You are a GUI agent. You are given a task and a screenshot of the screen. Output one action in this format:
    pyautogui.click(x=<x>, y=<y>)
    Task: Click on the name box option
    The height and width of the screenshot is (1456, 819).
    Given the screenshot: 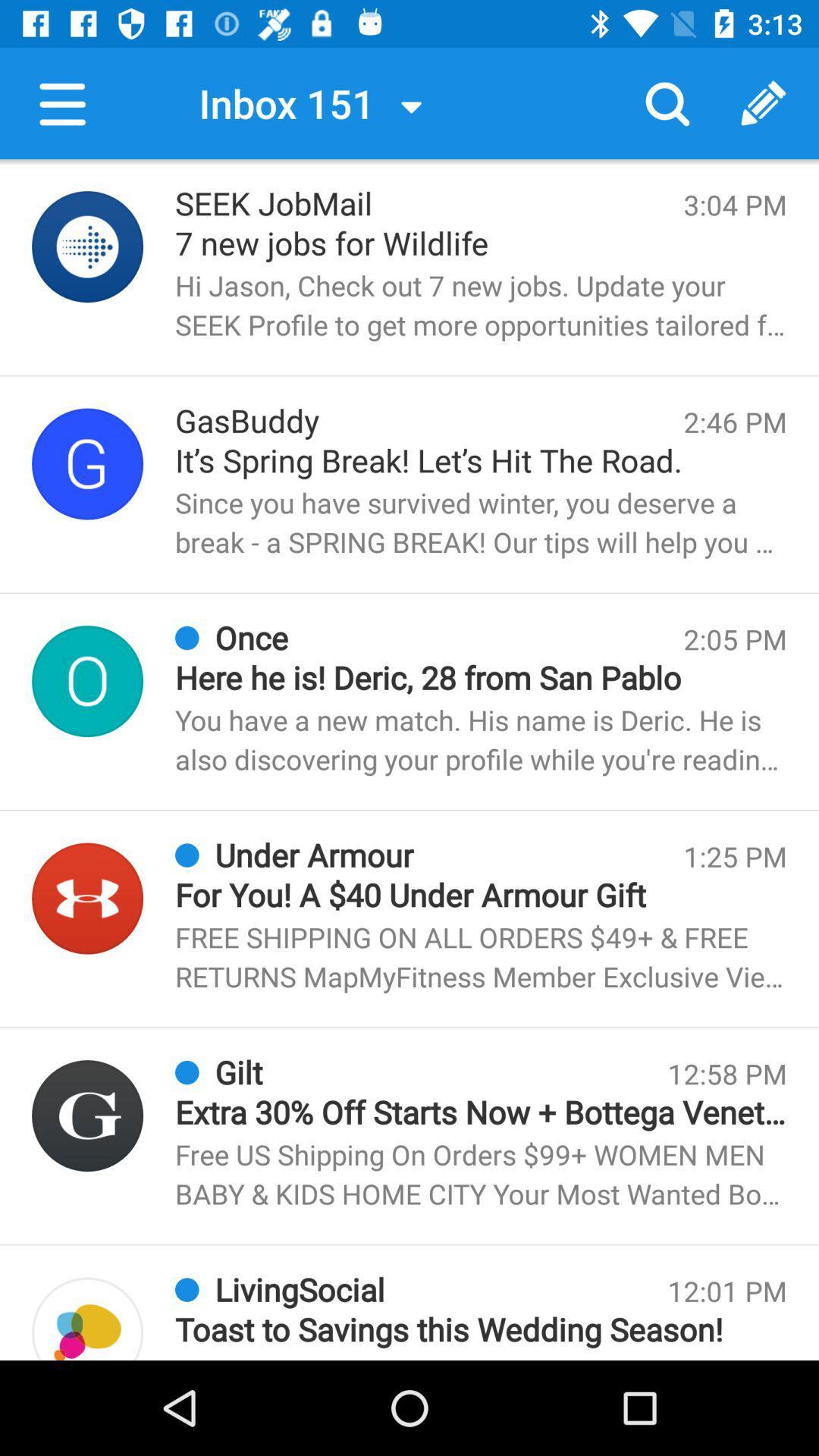 What is the action you would take?
    pyautogui.click(x=87, y=680)
    